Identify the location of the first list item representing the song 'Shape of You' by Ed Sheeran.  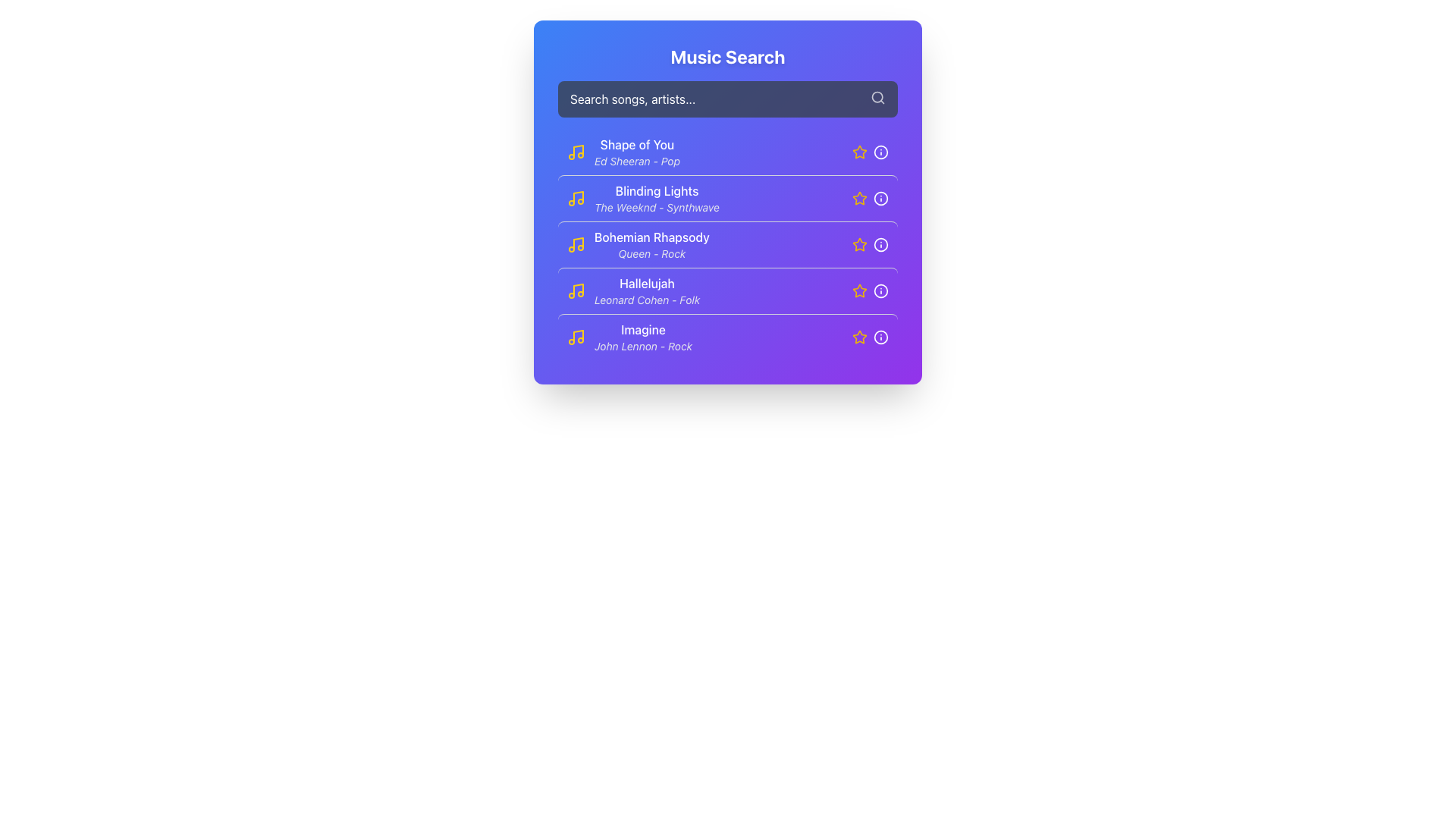
(623, 152).